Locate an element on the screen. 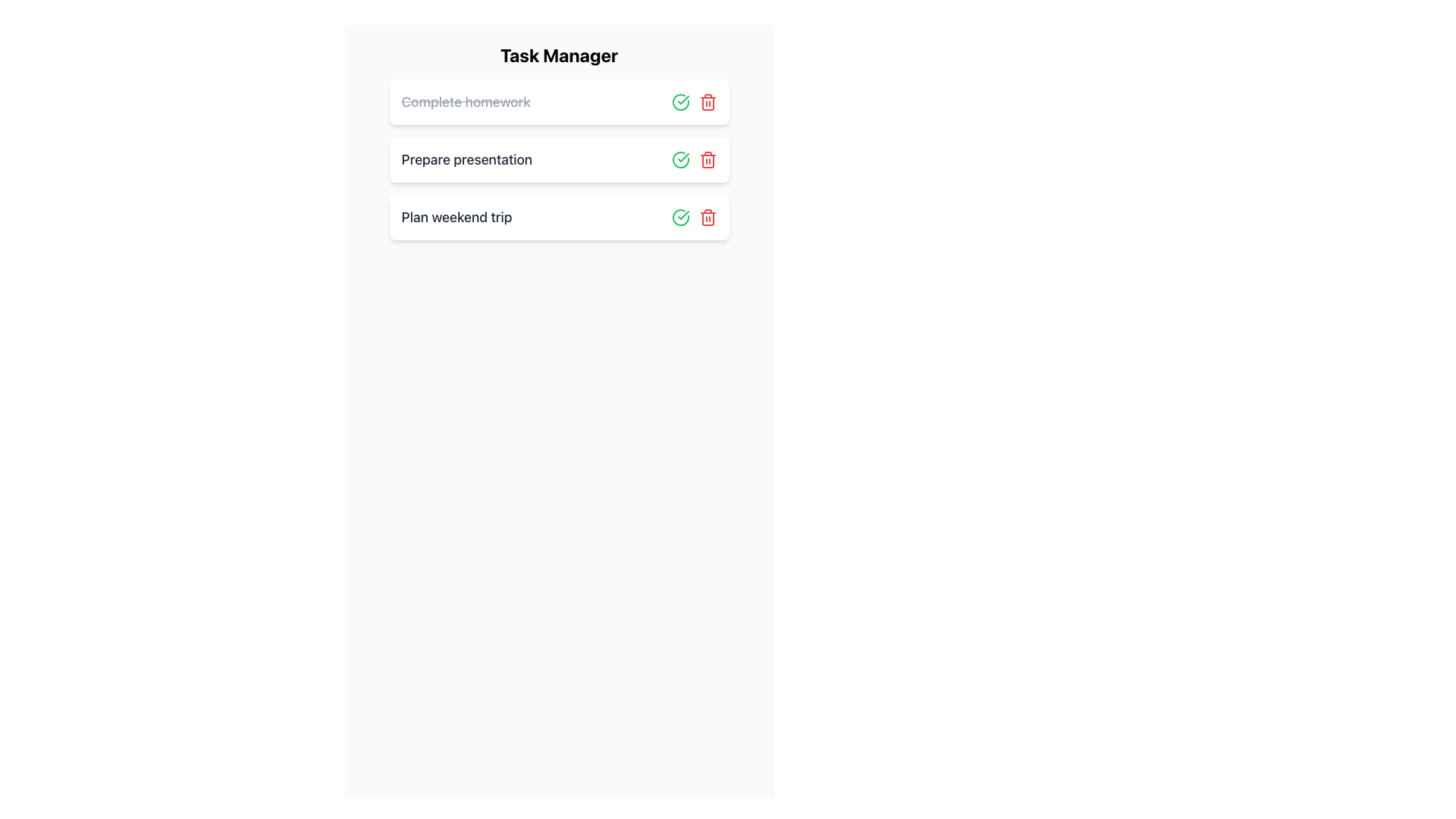 The width and height of the screenshot is (1456, 819). the red trash icon button is located at coordinates (707, 102).